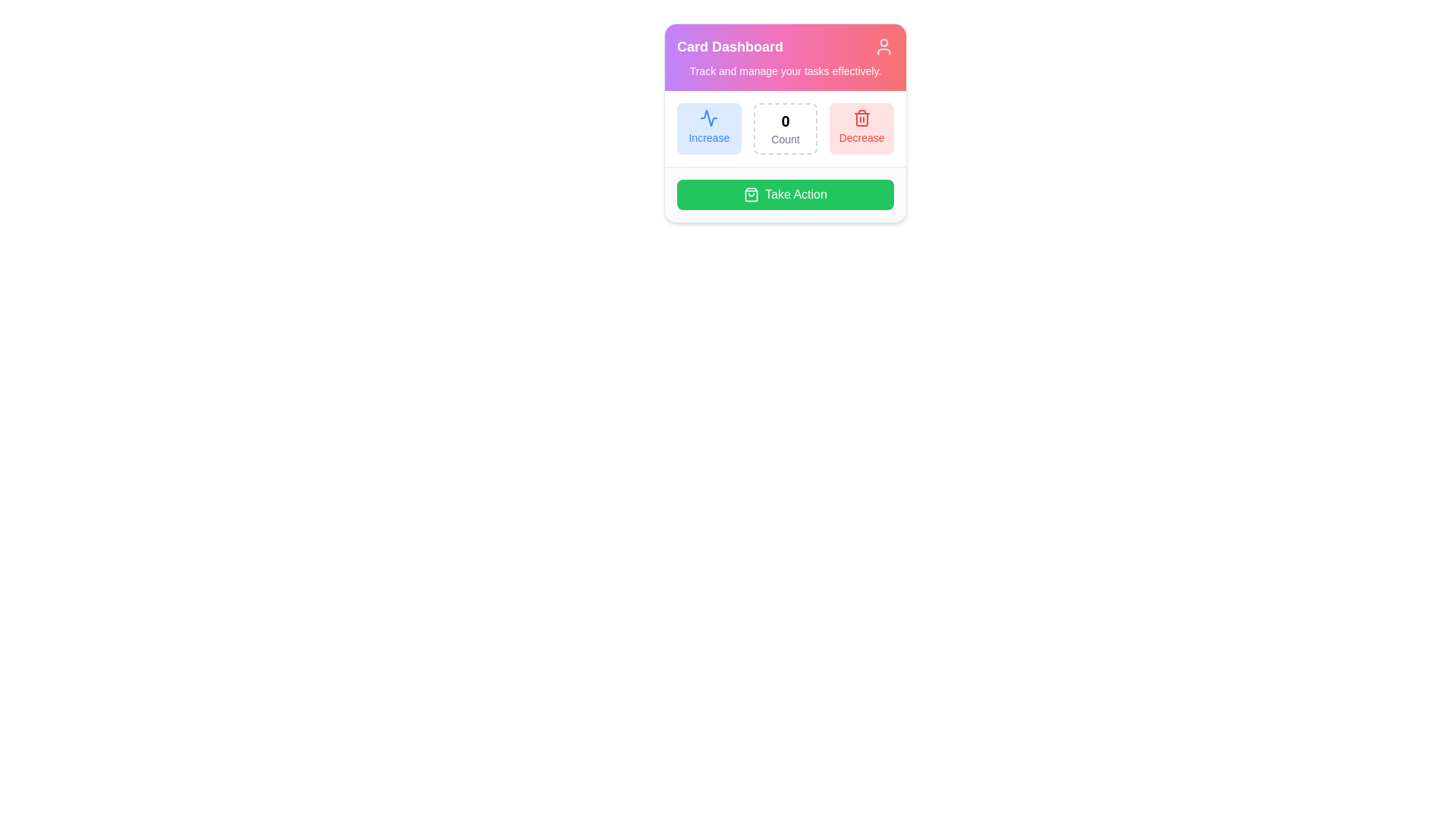 This screenshot has height=819, width=1456. I want to click on the circular graphical element representing the head portion of the user icon located in the top-right corner of the interface, so click(884, 42).